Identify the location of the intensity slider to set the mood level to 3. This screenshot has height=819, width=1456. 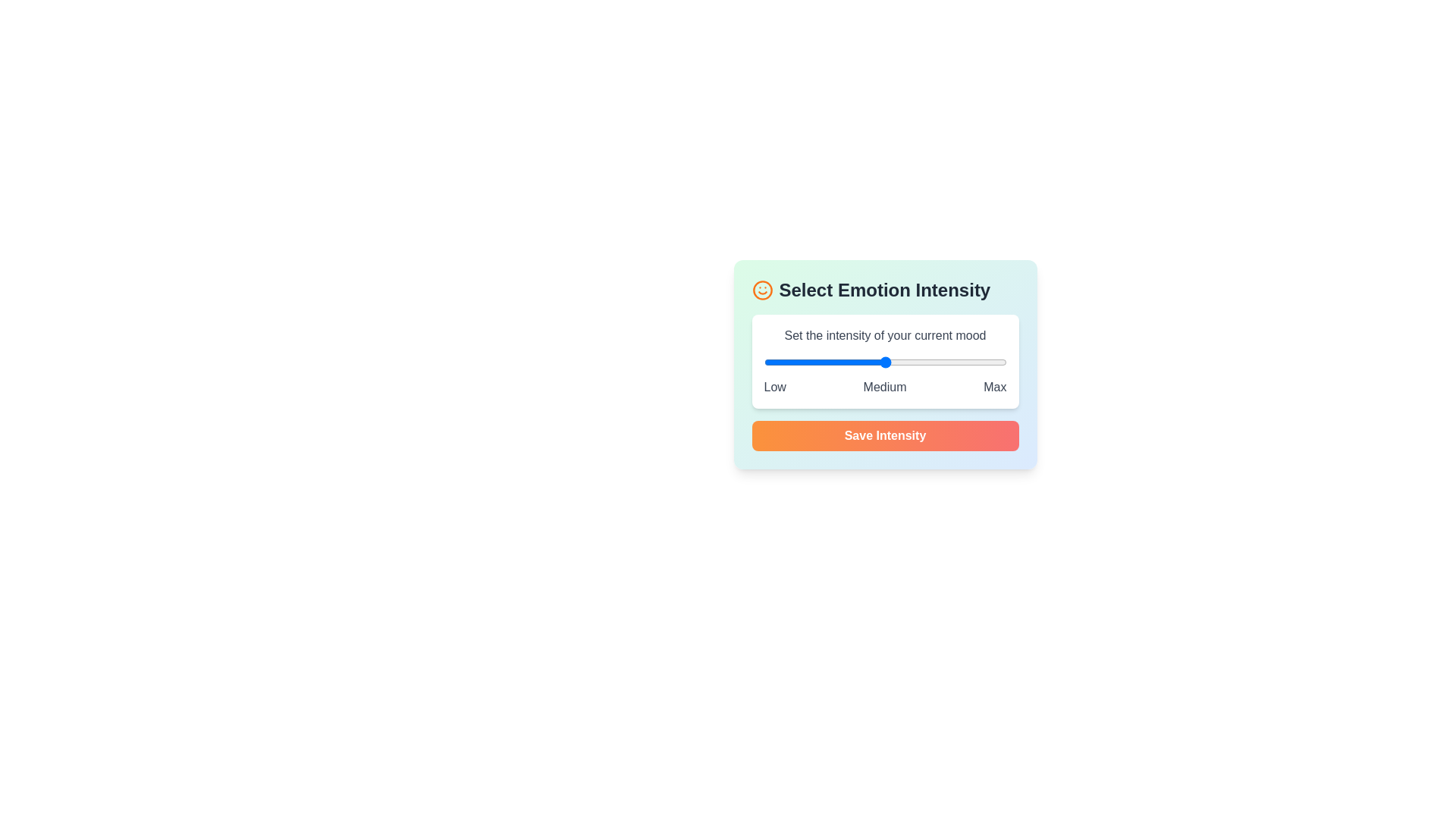
(885, 362).